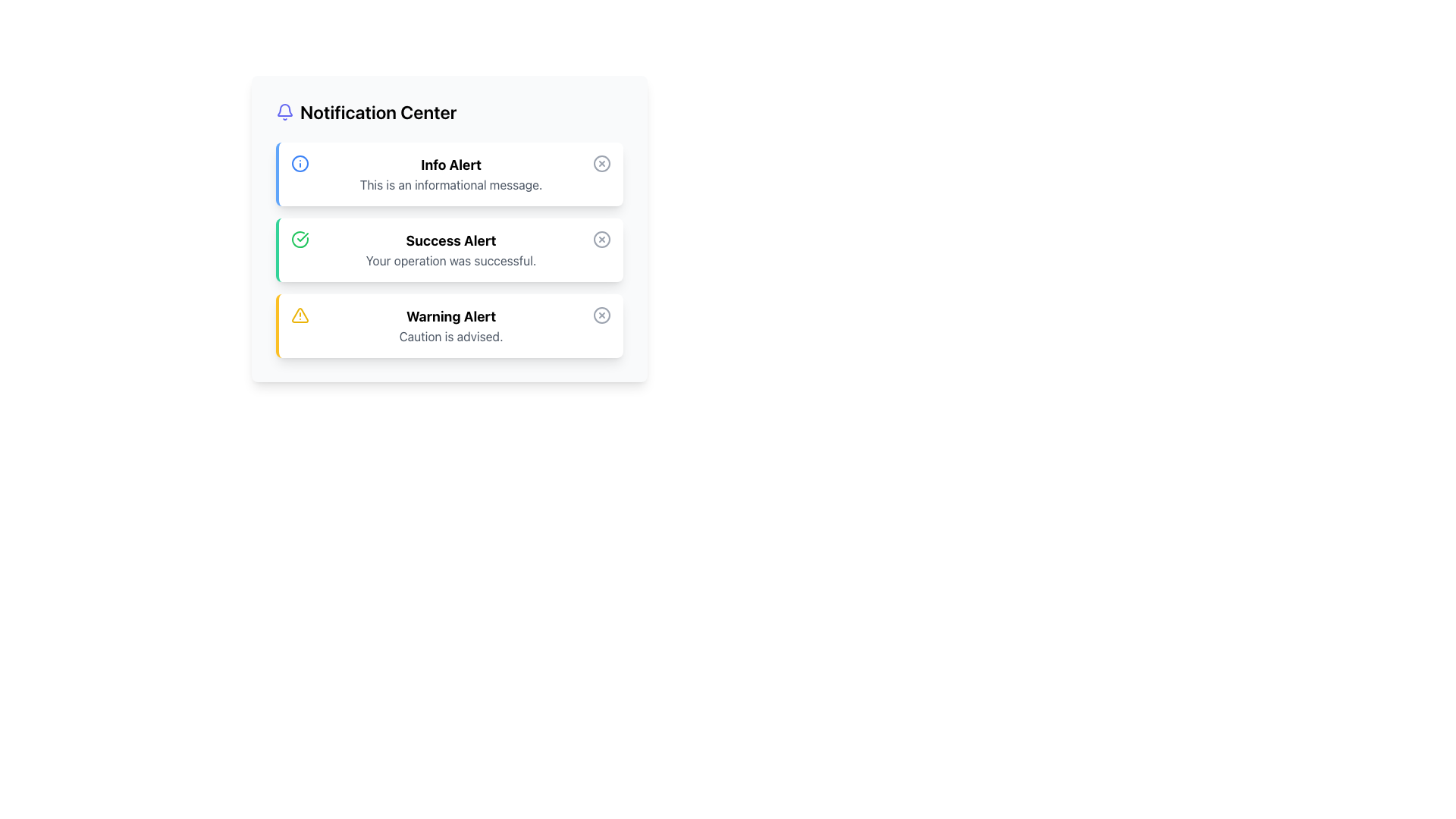  What do you see at coordinates (601, 315) in the screenshot?
I see `the close button on the 'Warning Alert' notification` at bounding box center [601, 315].